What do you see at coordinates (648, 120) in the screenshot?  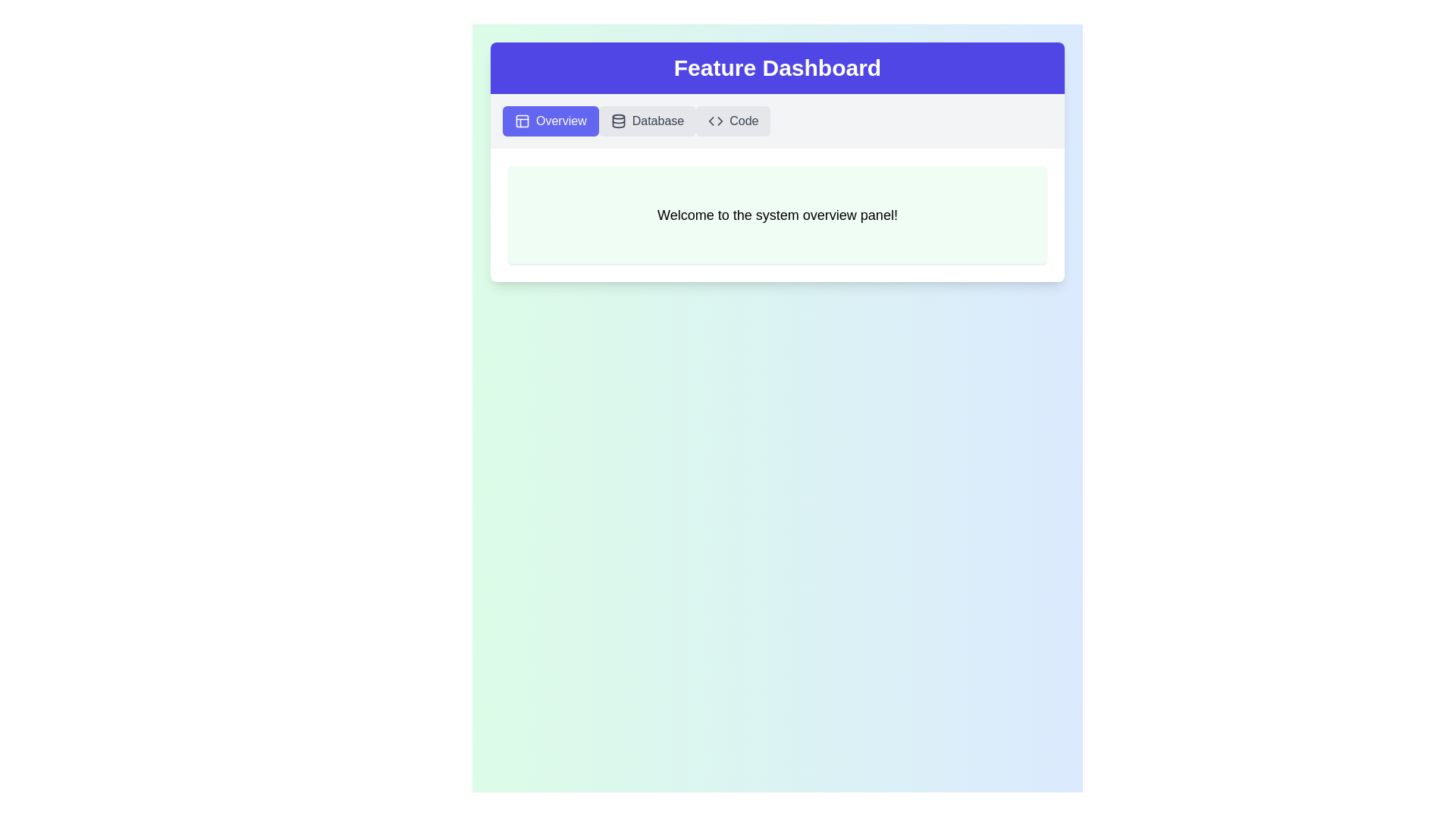 I see `the 'Database' button, which is a rectangular button with a light gray background and a database icon on the left` at bounding box center [648, 120].